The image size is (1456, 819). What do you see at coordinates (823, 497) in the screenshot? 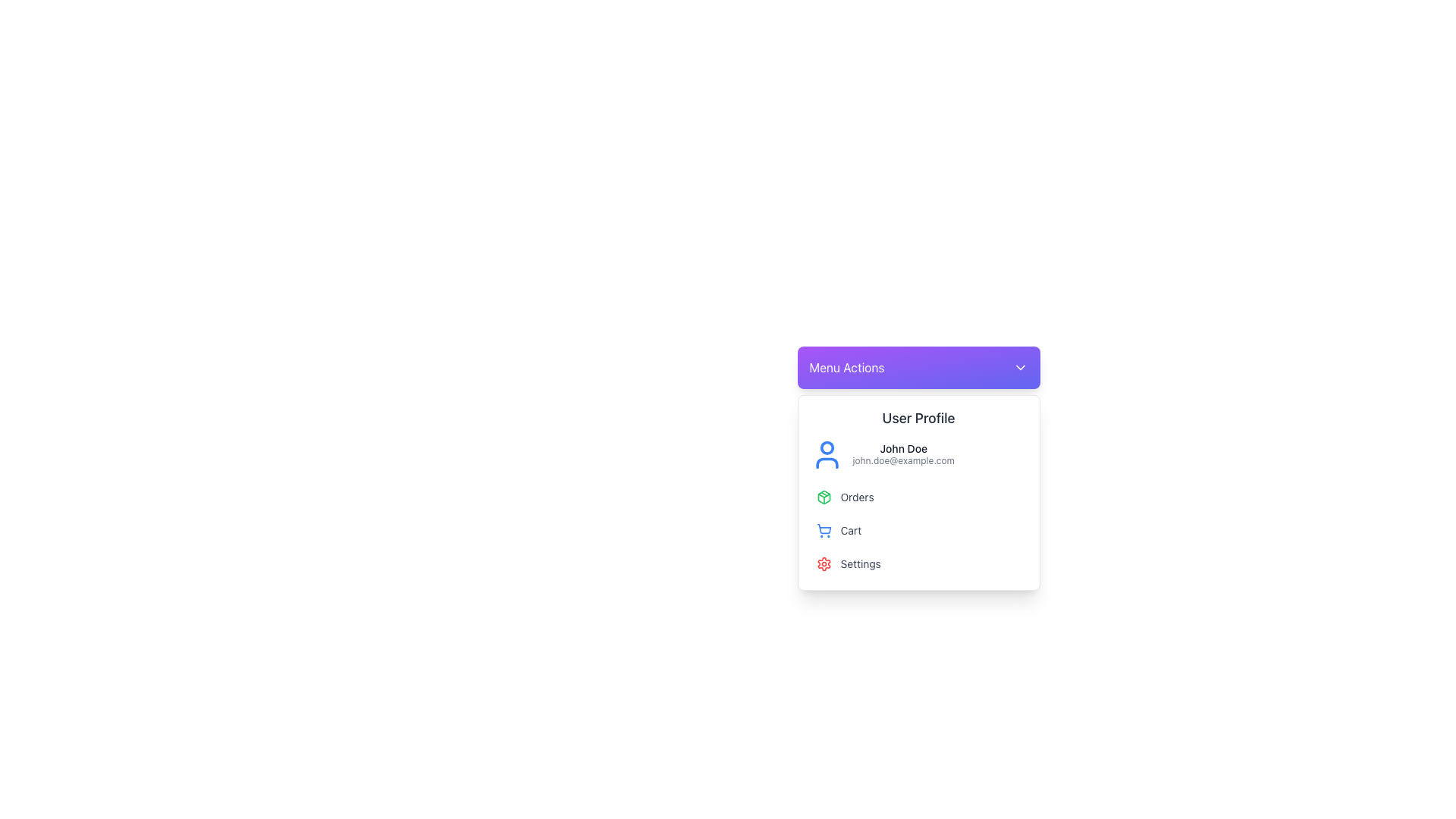
I see `the 'Orders' icon, which visually represents the 'Orders' menu item and is positioned to the left of the text label 'Orders'` at bounding box center [823, 497].